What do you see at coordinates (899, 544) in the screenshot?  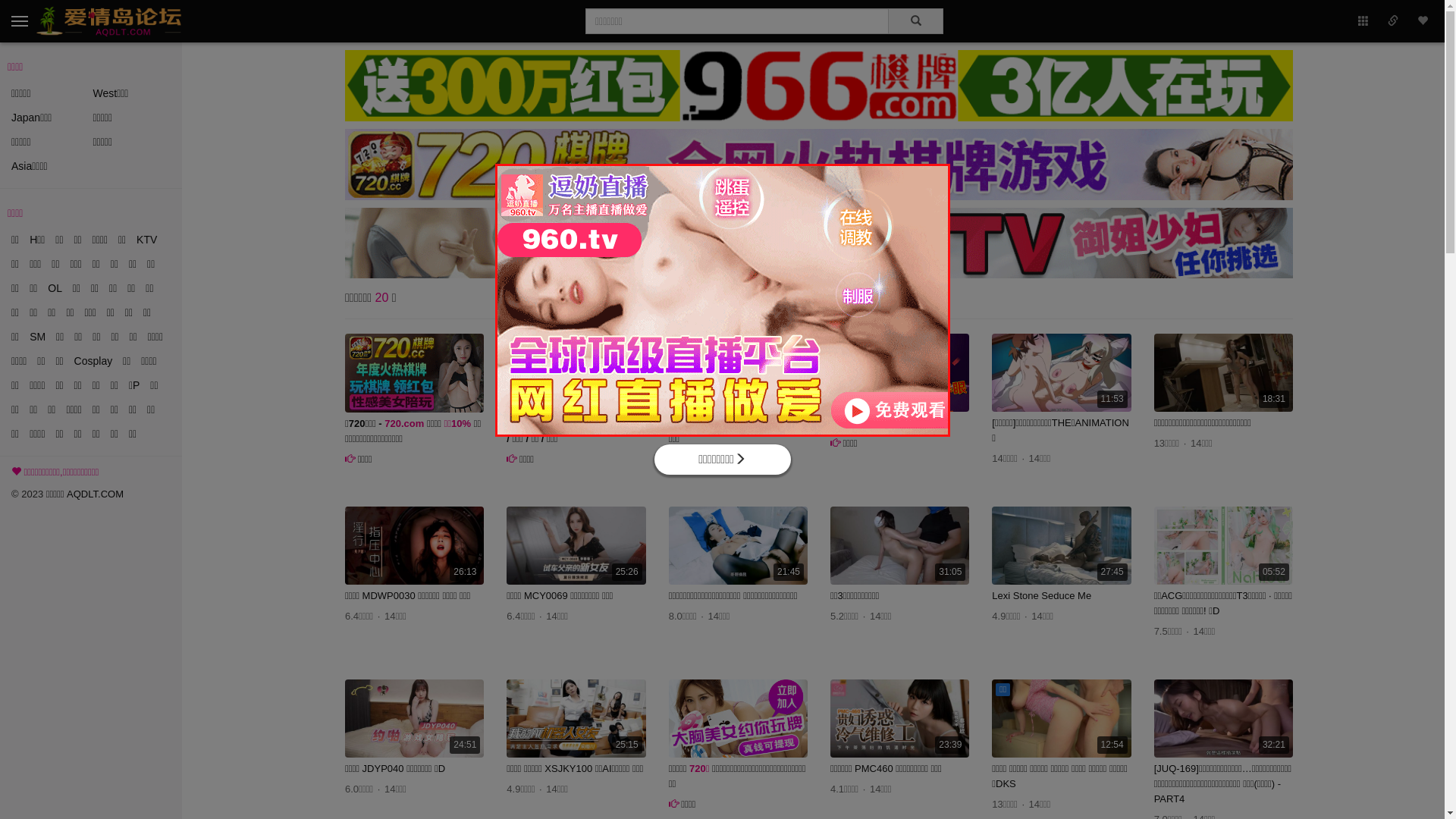 I see `'31:05'` at bounding box center [899, 544].